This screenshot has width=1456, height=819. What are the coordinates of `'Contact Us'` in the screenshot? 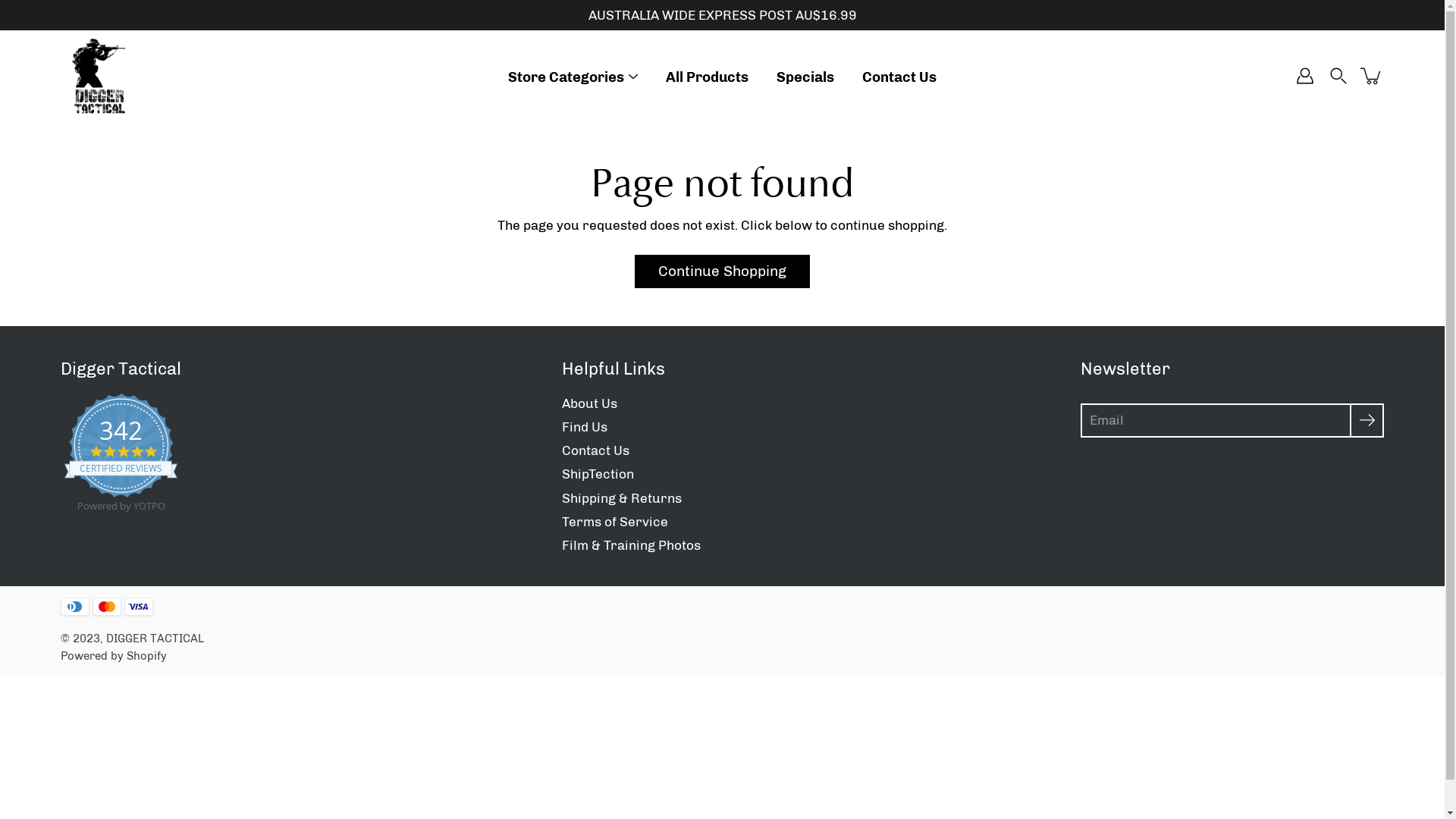 It's located at (594, 450).